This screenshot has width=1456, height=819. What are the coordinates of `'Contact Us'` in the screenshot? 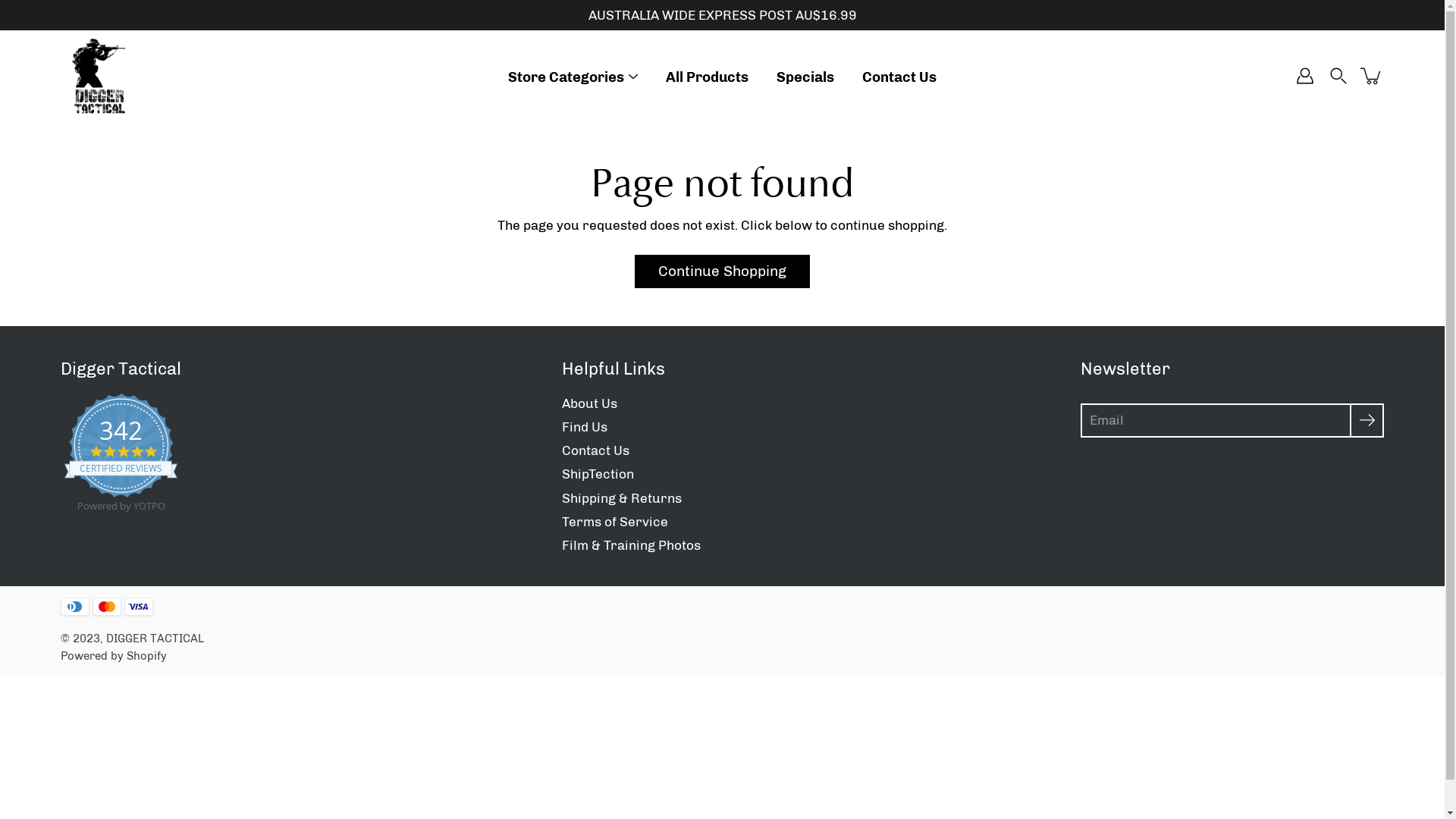 It's located at (594, 450).